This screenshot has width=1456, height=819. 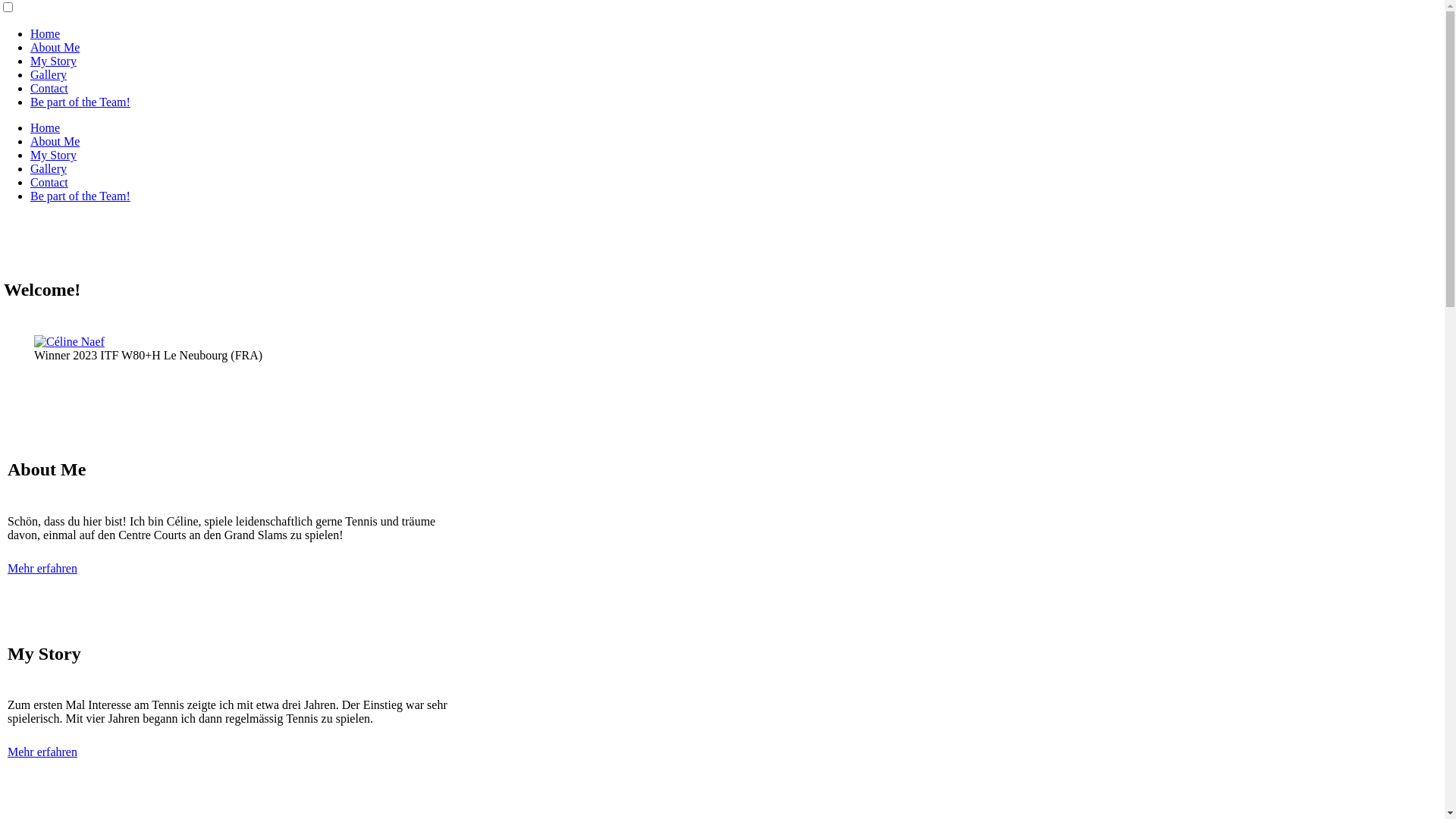 I want to click on 'Mehr erfahren', so click(x=42, y=752).